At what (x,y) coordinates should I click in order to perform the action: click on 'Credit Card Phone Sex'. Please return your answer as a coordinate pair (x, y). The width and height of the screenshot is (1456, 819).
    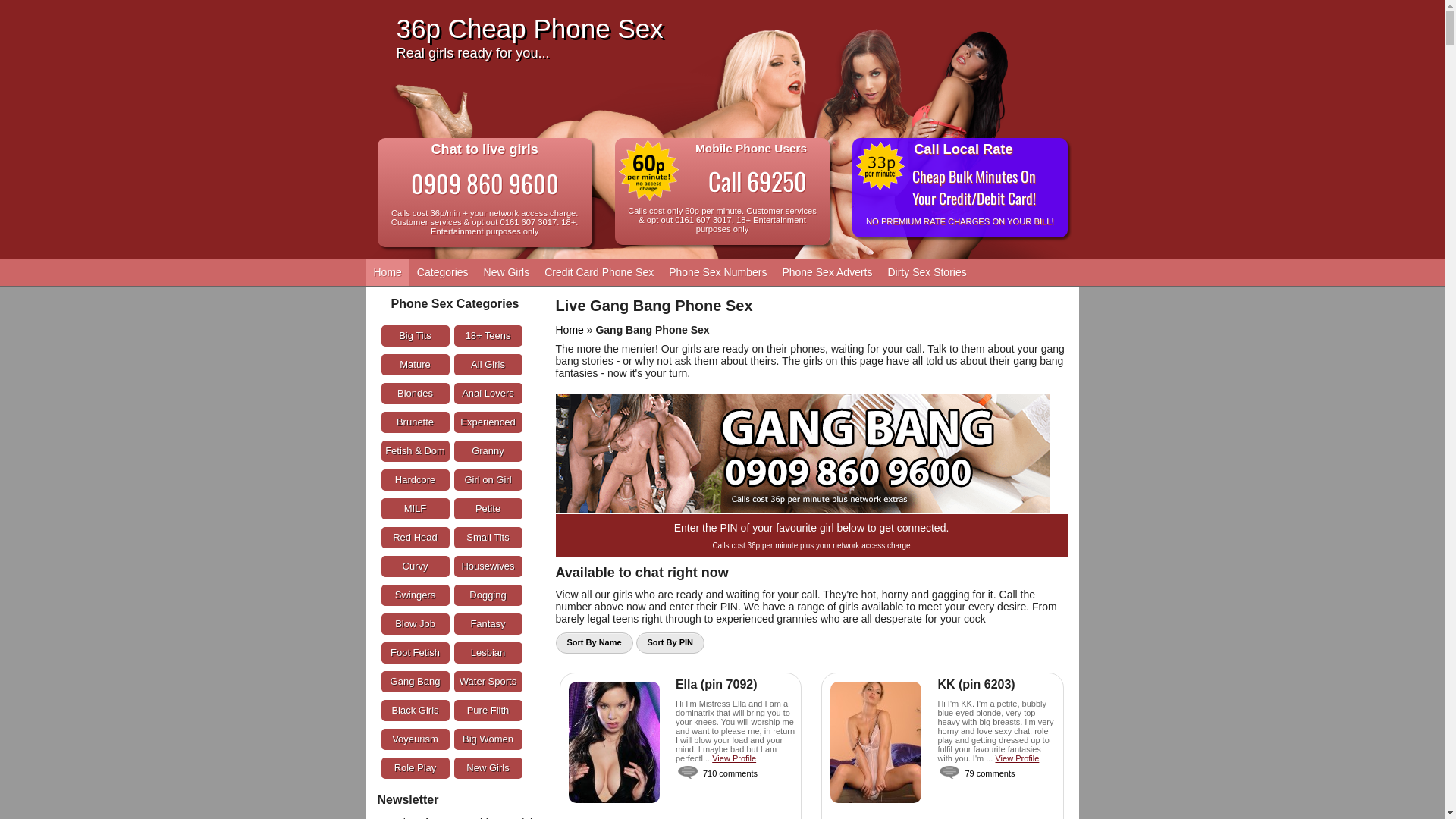
    Looking at the image, I should click on (598, 271).